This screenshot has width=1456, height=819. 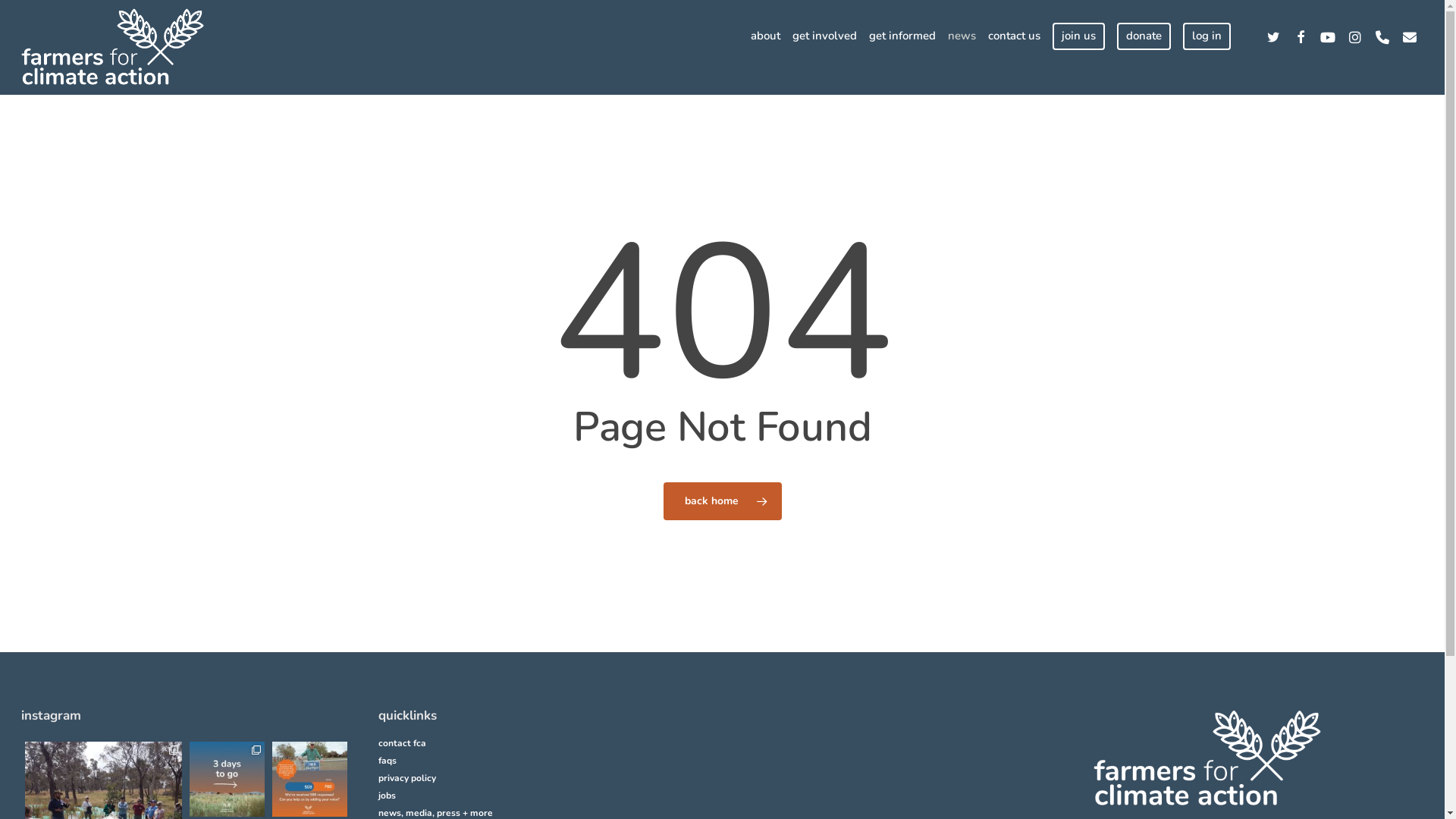 What do you see at coordinates (1313, 35) in the screenshot?
I see `'youtube'` at bounding box center [1313, 35].